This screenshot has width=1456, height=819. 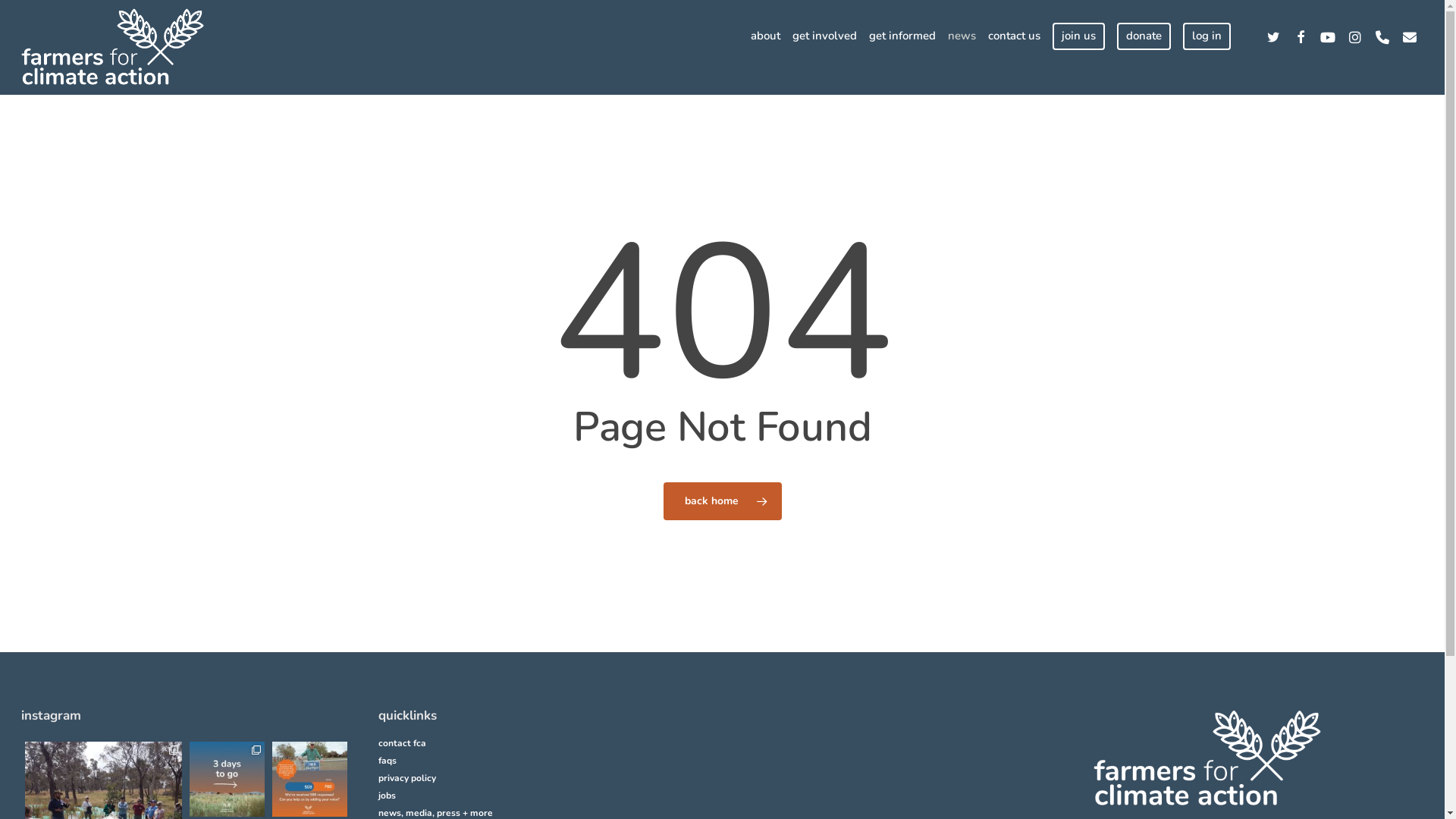 What do you see at coordinates (1313, 35) in the screenshot?
I see `'youtube'` at bounding box center [1313, 35].